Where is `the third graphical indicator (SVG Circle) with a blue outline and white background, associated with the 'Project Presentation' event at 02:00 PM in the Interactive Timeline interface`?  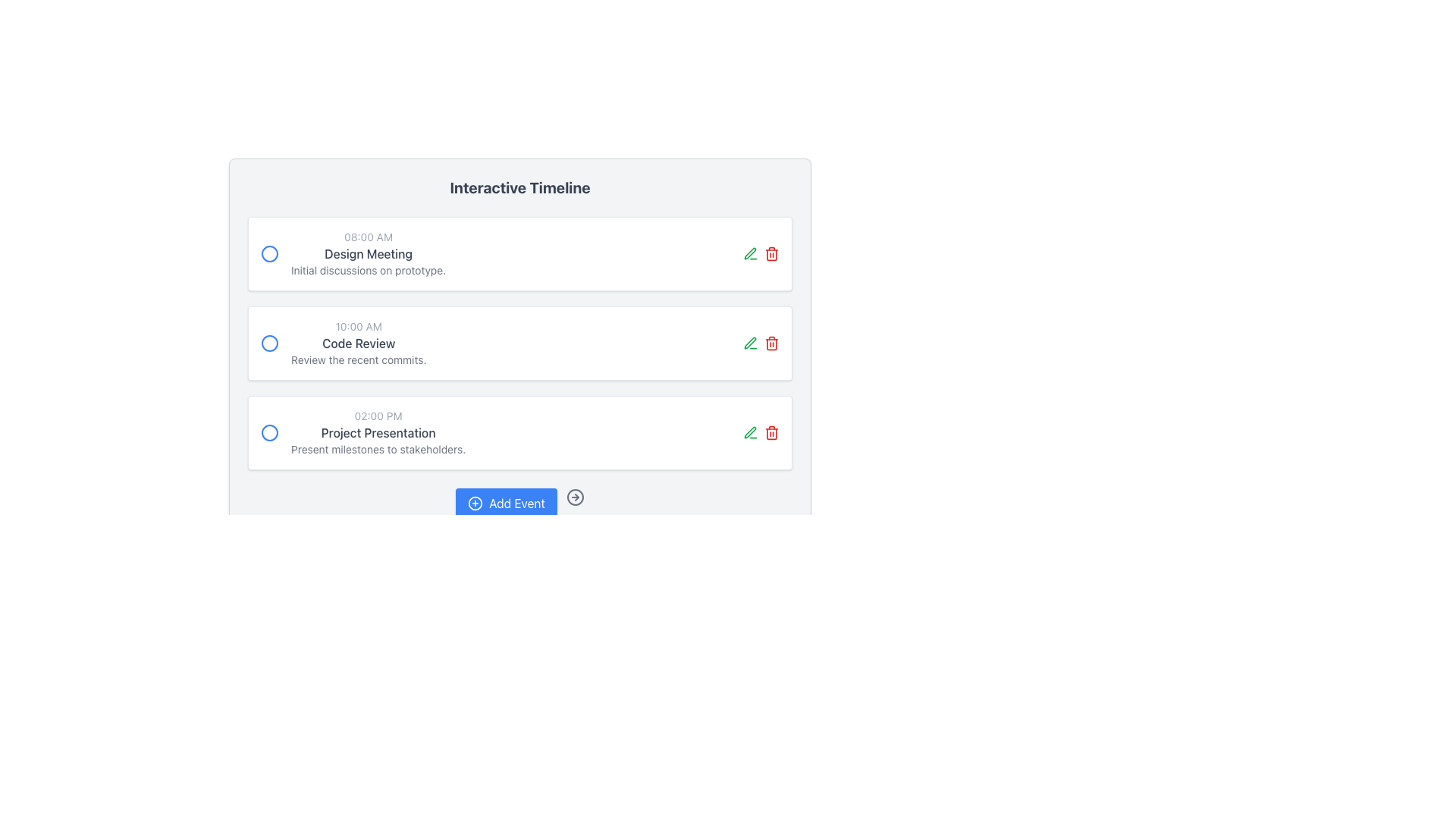
the third graphical indicator (SVG Circle) with a blue outline and white background, associated with the 'Project Presentation' event at 02:00 PM in the Interactive Timeline interface is located at coordinates (269, 432).